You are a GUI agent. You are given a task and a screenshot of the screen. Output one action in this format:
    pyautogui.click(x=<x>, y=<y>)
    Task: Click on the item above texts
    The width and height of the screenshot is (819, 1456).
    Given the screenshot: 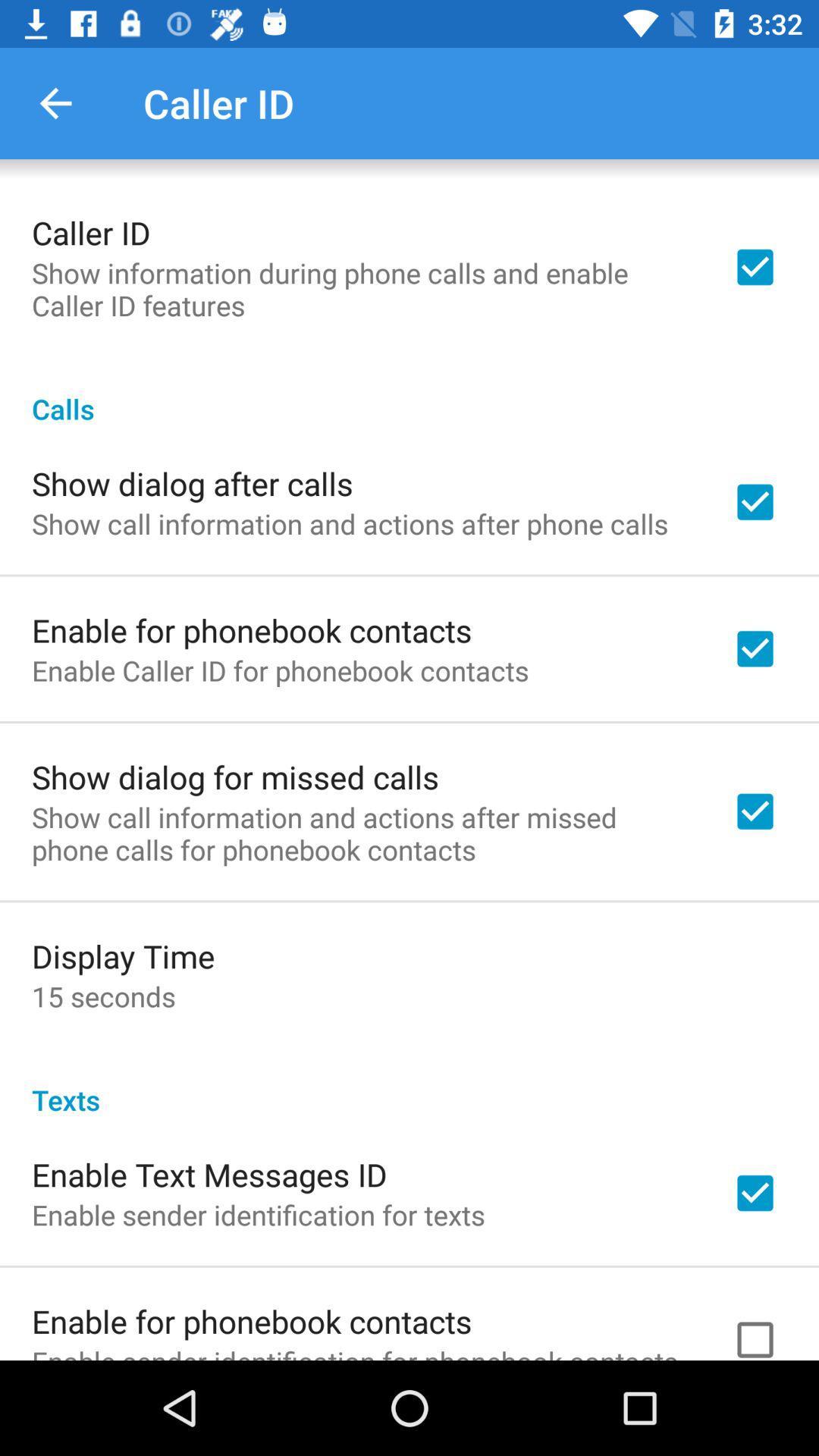 What is the action you would take?
    pyautogui.click(x=102, y=996)
    